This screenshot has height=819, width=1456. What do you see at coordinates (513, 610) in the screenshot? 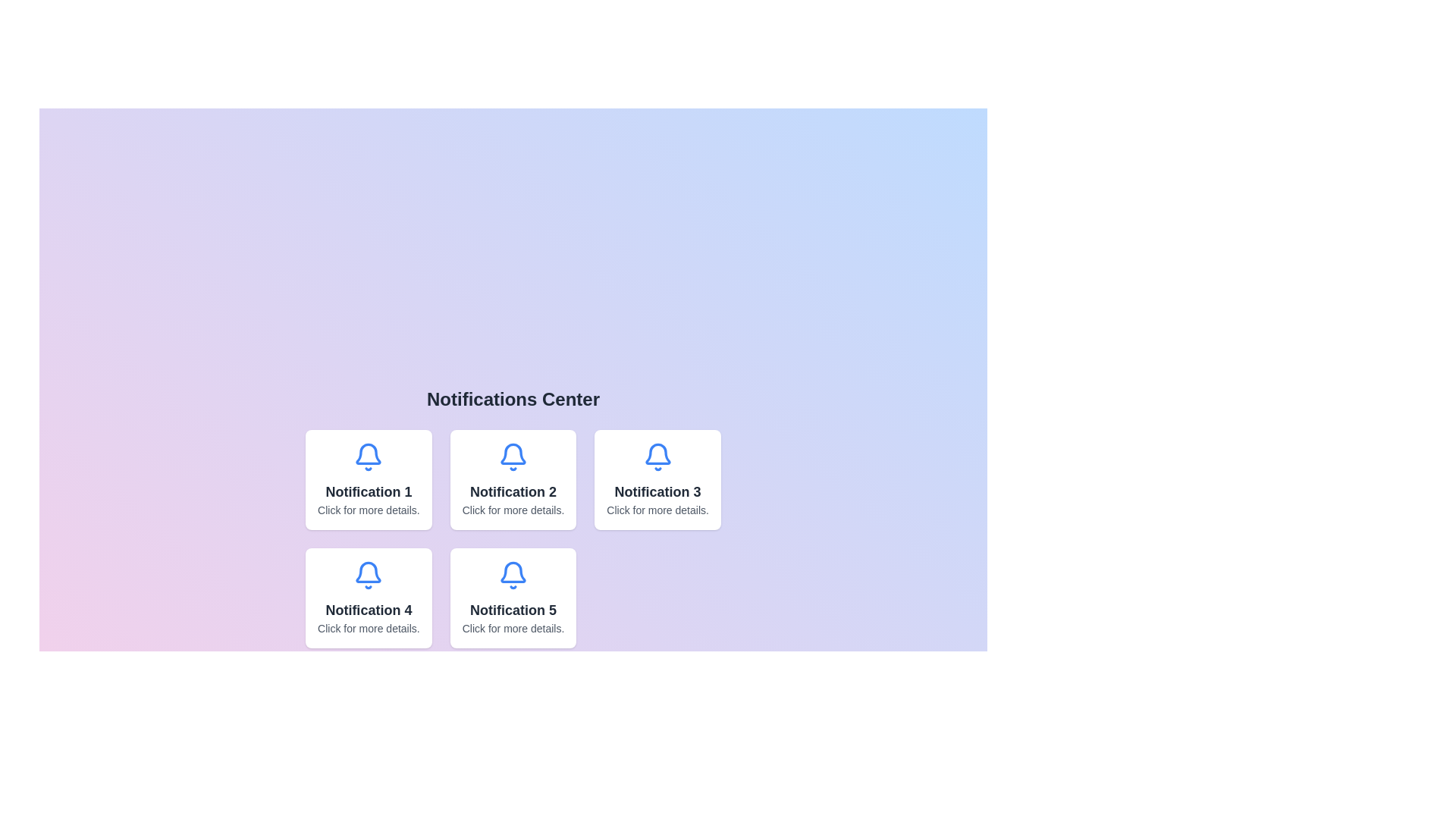
I see `the text label displaying 'Notification 5', which is styled in bold and located at the bottom-right corner of the notification card` at bounding box center [513, 610].